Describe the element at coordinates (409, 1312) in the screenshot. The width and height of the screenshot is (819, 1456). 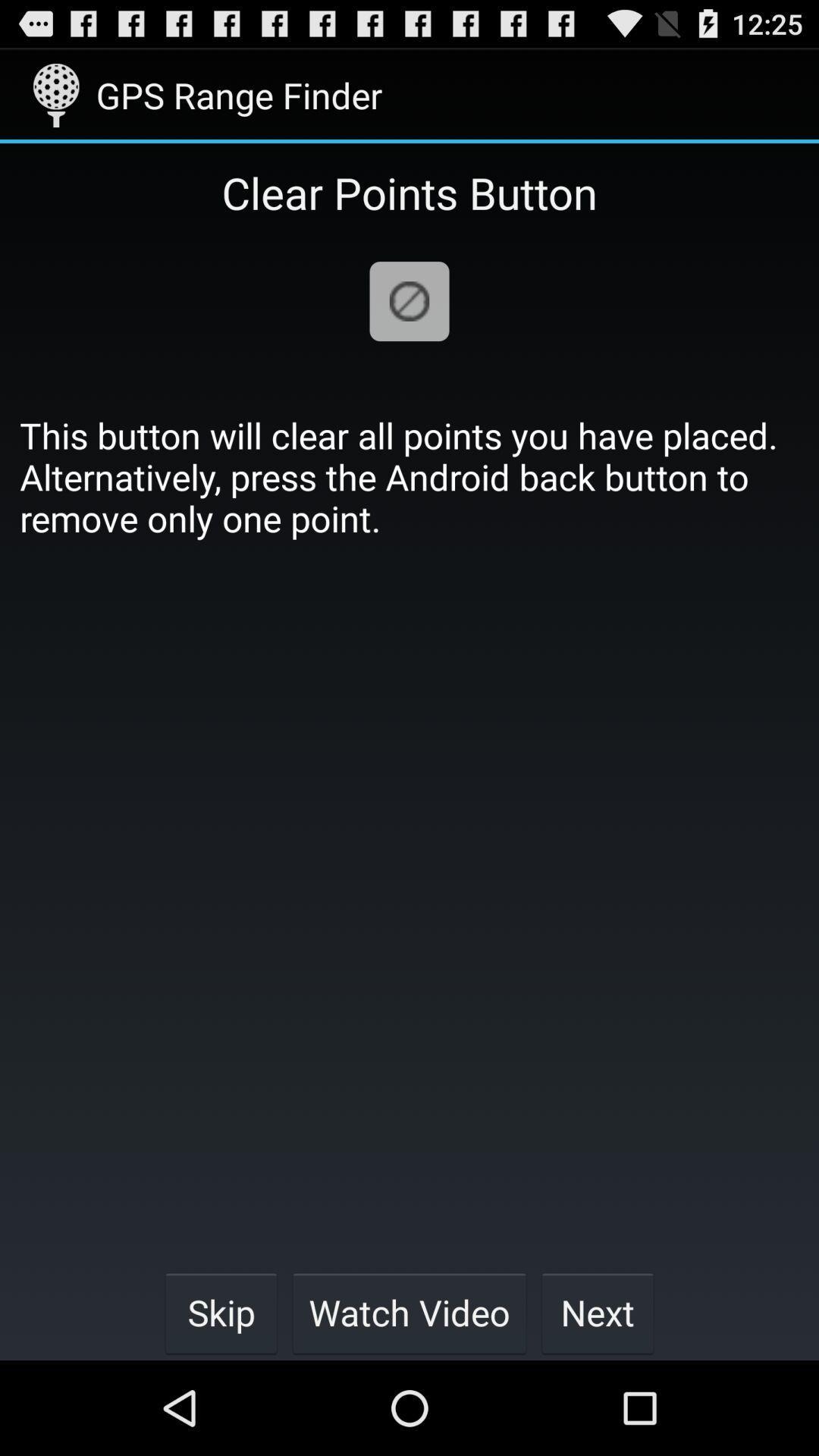
I see `the item to the left of next icon` at that location.